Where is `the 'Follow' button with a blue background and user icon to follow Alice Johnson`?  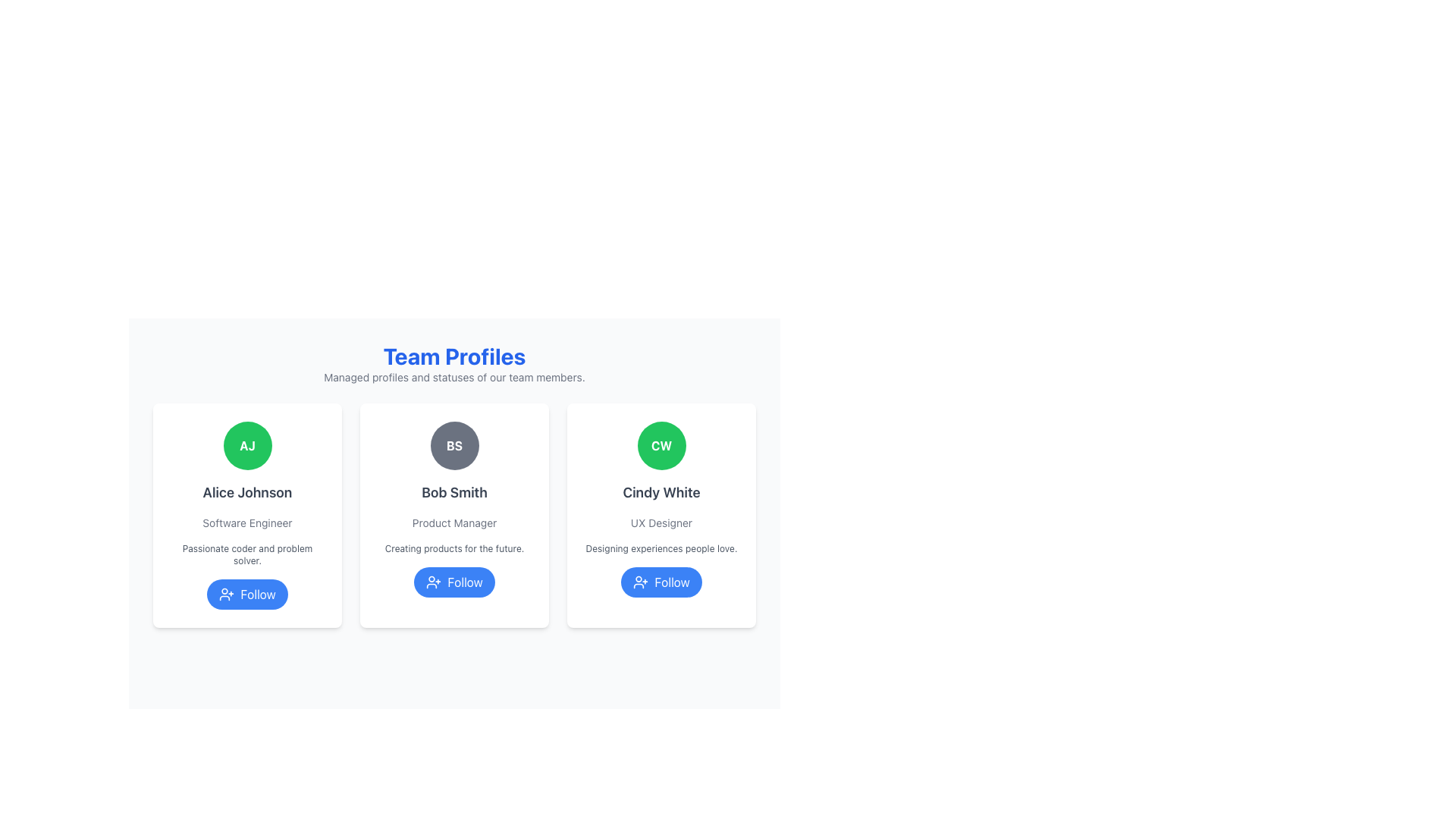 the 'Follow' button with a blue background and user icon to follow Alice Johnson is located at coordinates (247, 593).